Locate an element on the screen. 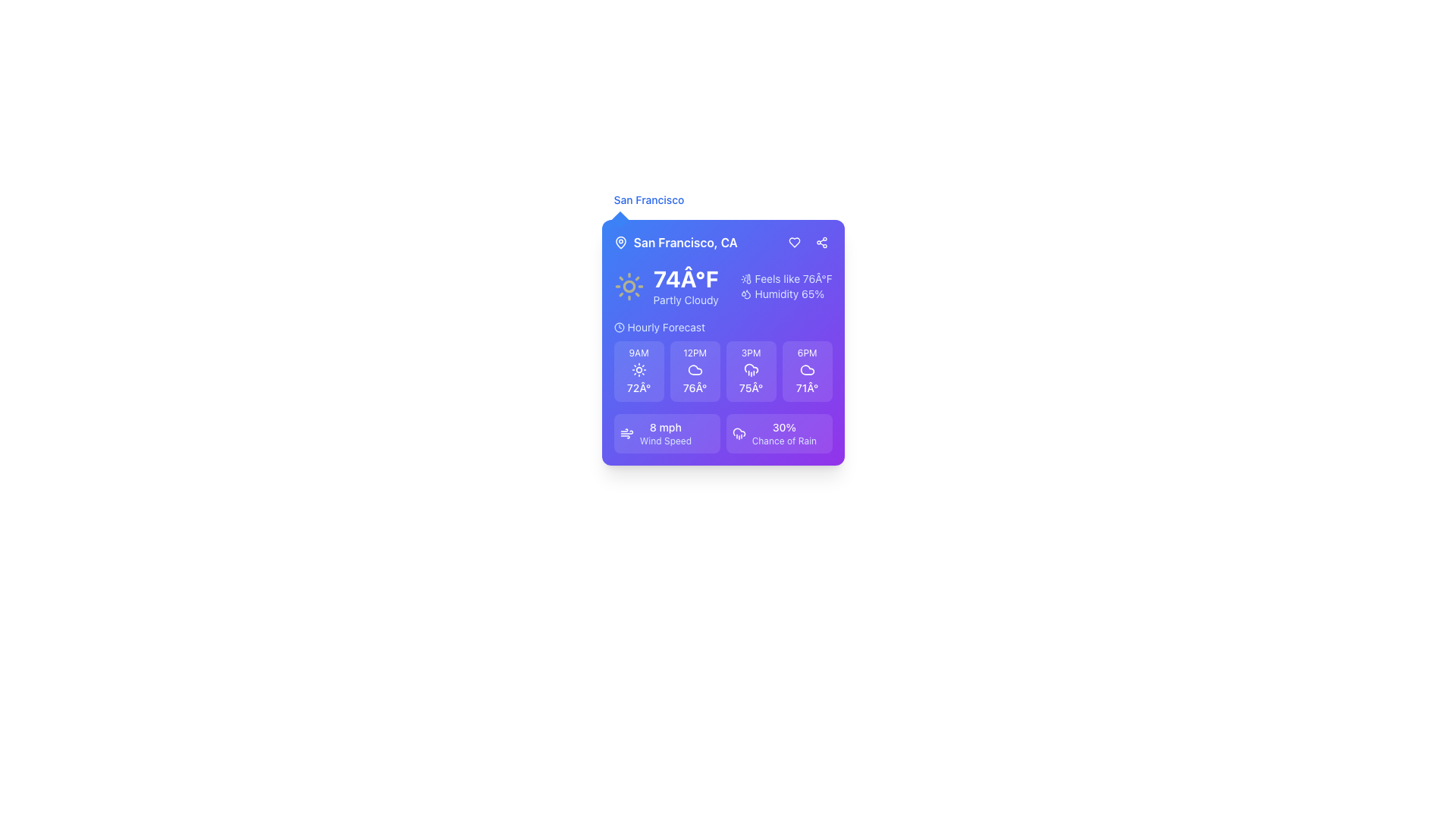  the thermometer icon representing temperature in the weather forecast for San Francisco, CA, located within the weather card is located at coordinates (749, 278).